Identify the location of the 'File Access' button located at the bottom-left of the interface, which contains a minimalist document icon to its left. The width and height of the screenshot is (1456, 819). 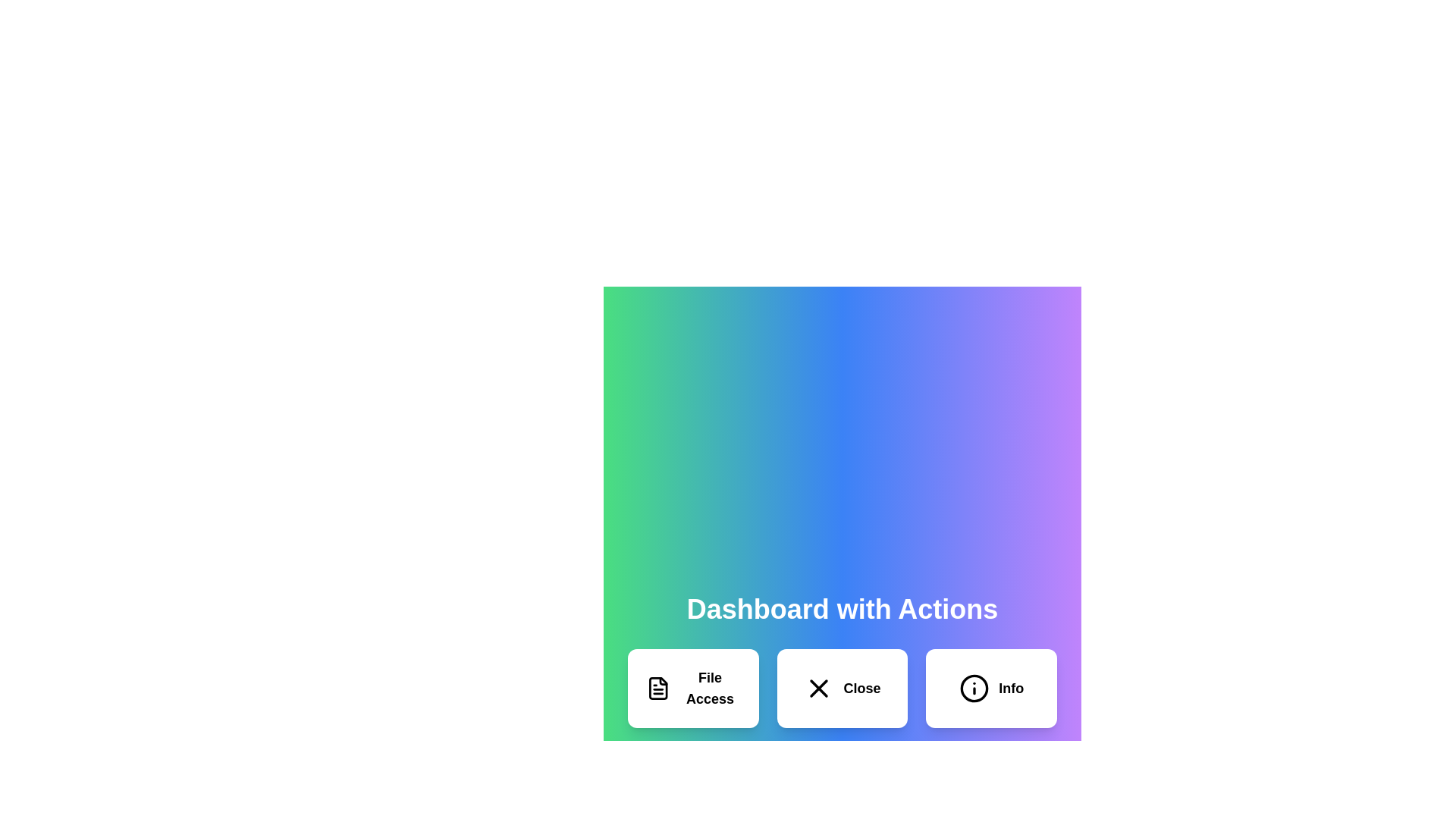
(658, 688).